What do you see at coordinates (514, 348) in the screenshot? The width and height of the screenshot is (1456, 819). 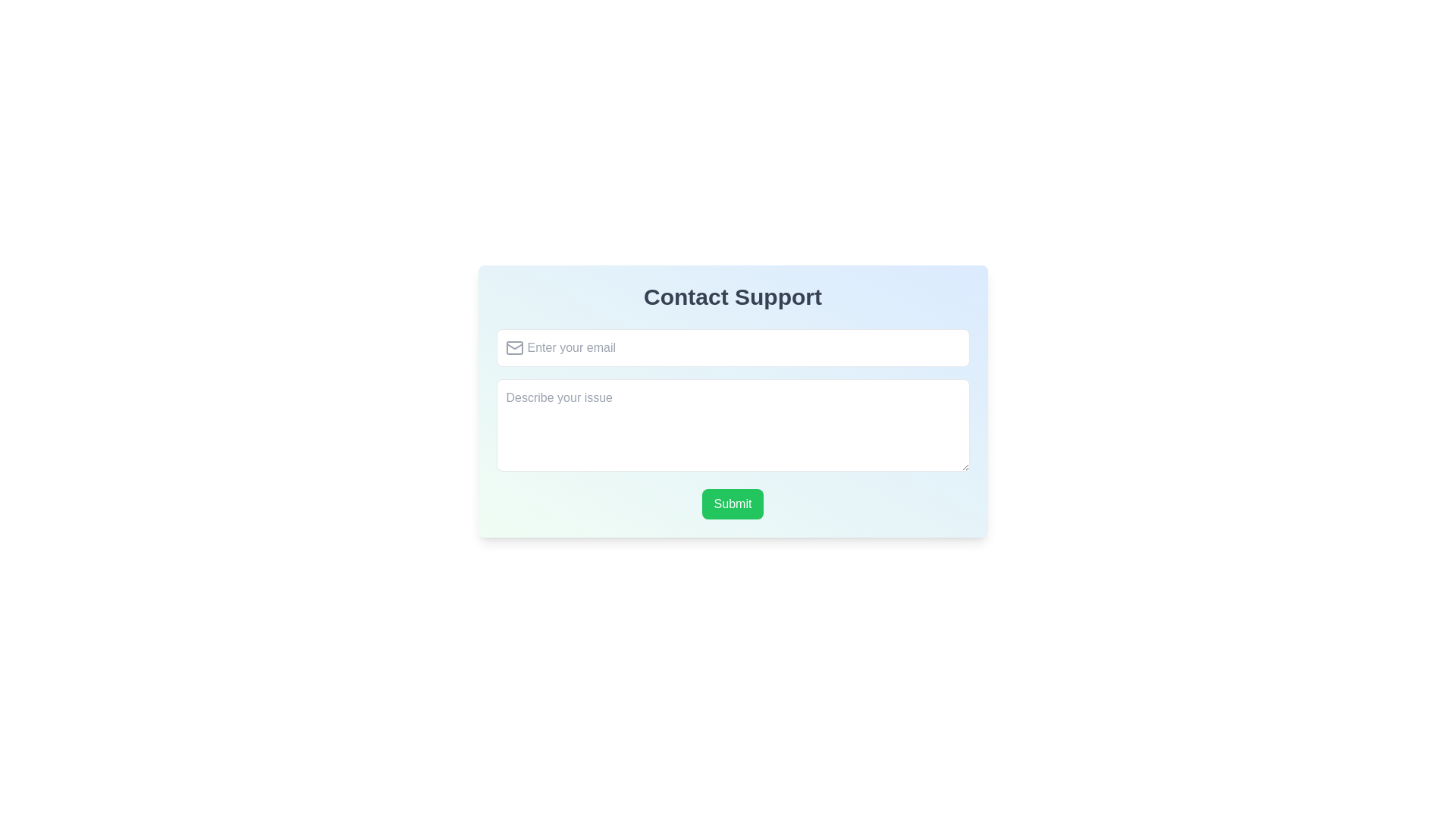 I see `the email icon located to the left of the 'Enter your email' input field` at bounding box center [514, 348].